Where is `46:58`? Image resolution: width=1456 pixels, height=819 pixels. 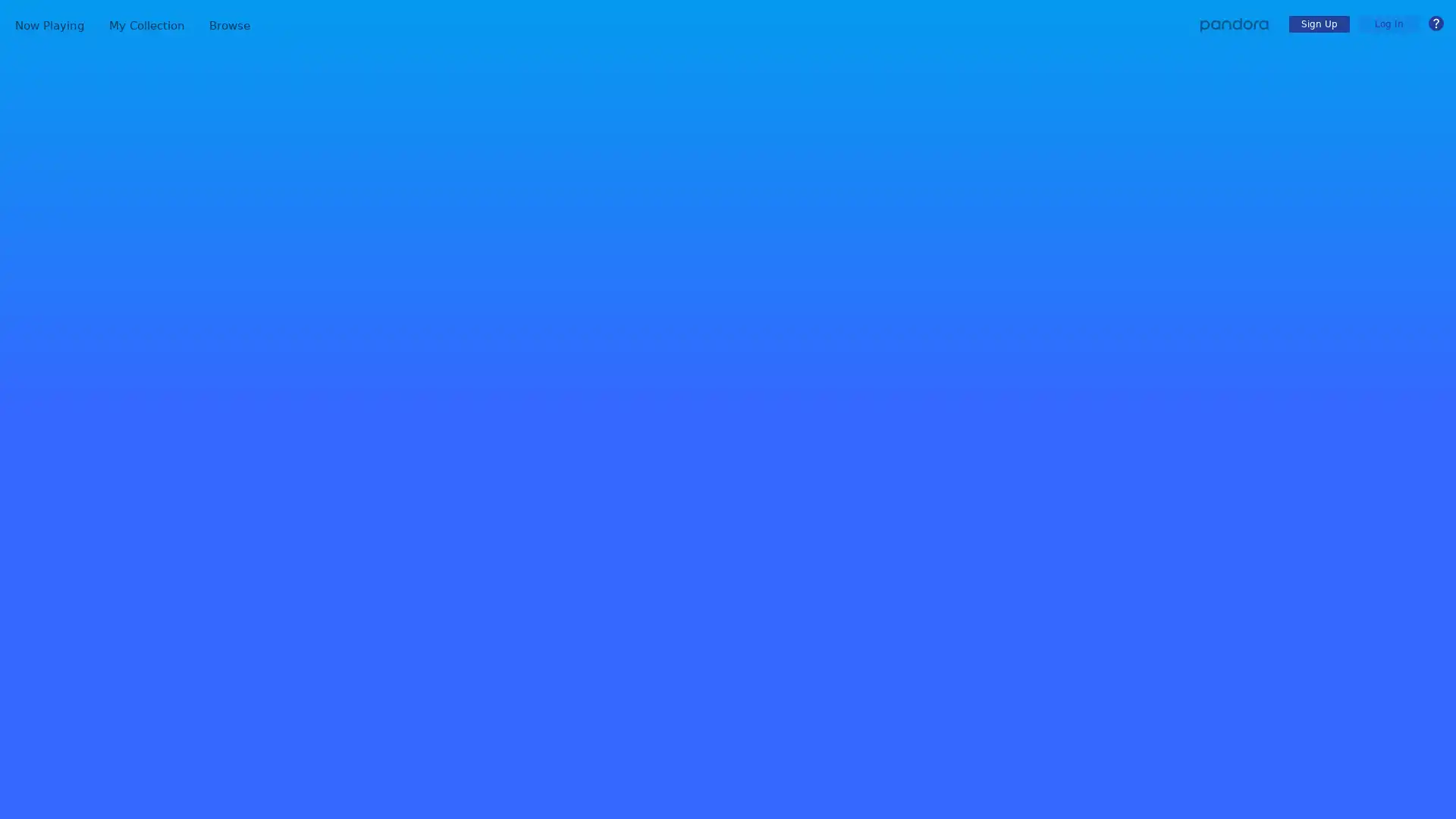 46:58 is located at coordinates (1256, 414).